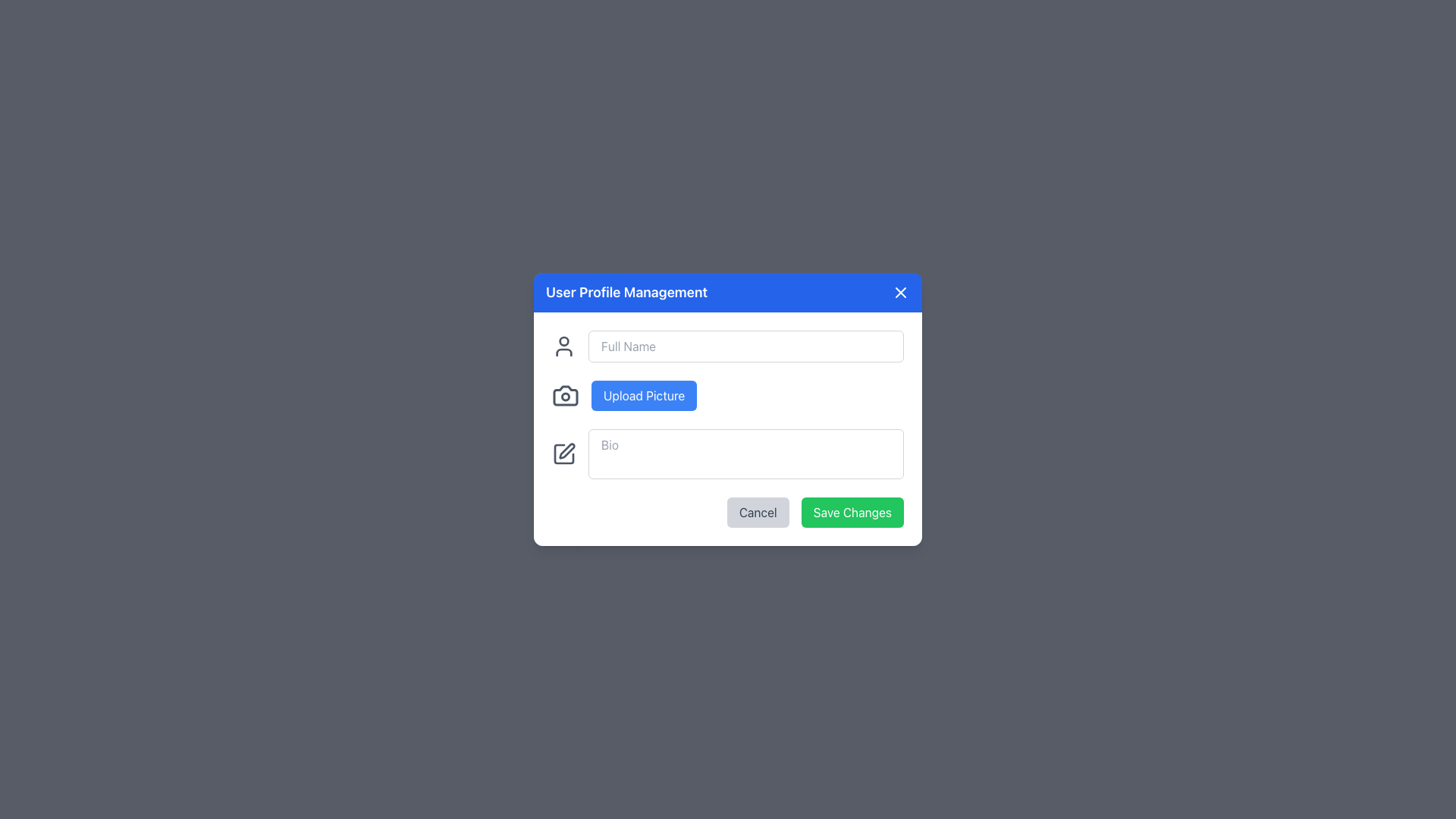  Describe the element at coordinates (566, 450) in the screenshot. I see `the pen/editing tool icon located below the user icon and above the bio text box in the user profile management interface` at that location.